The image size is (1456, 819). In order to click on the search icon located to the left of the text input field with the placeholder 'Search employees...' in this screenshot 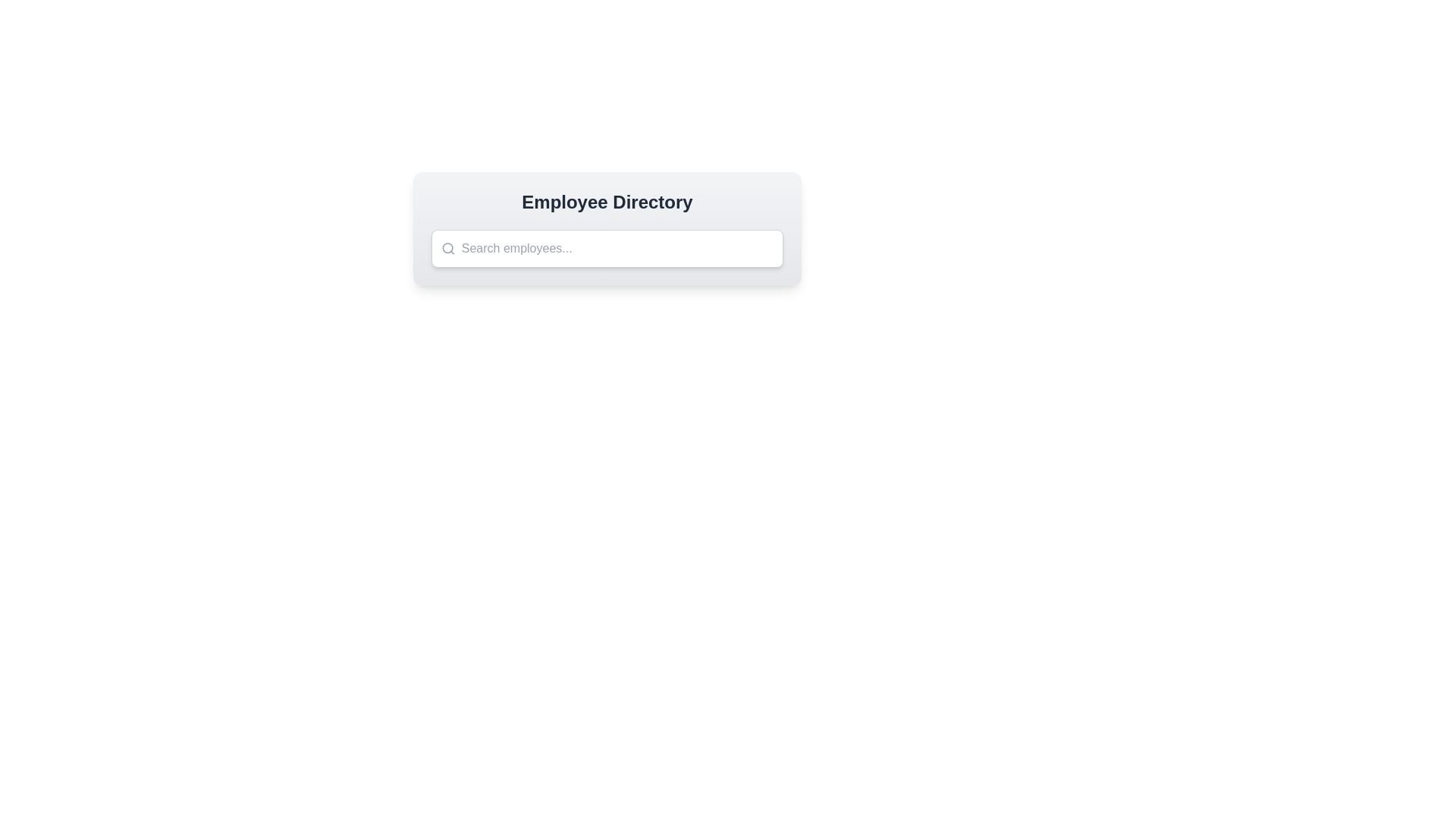, I will do `click(447, 247)`.